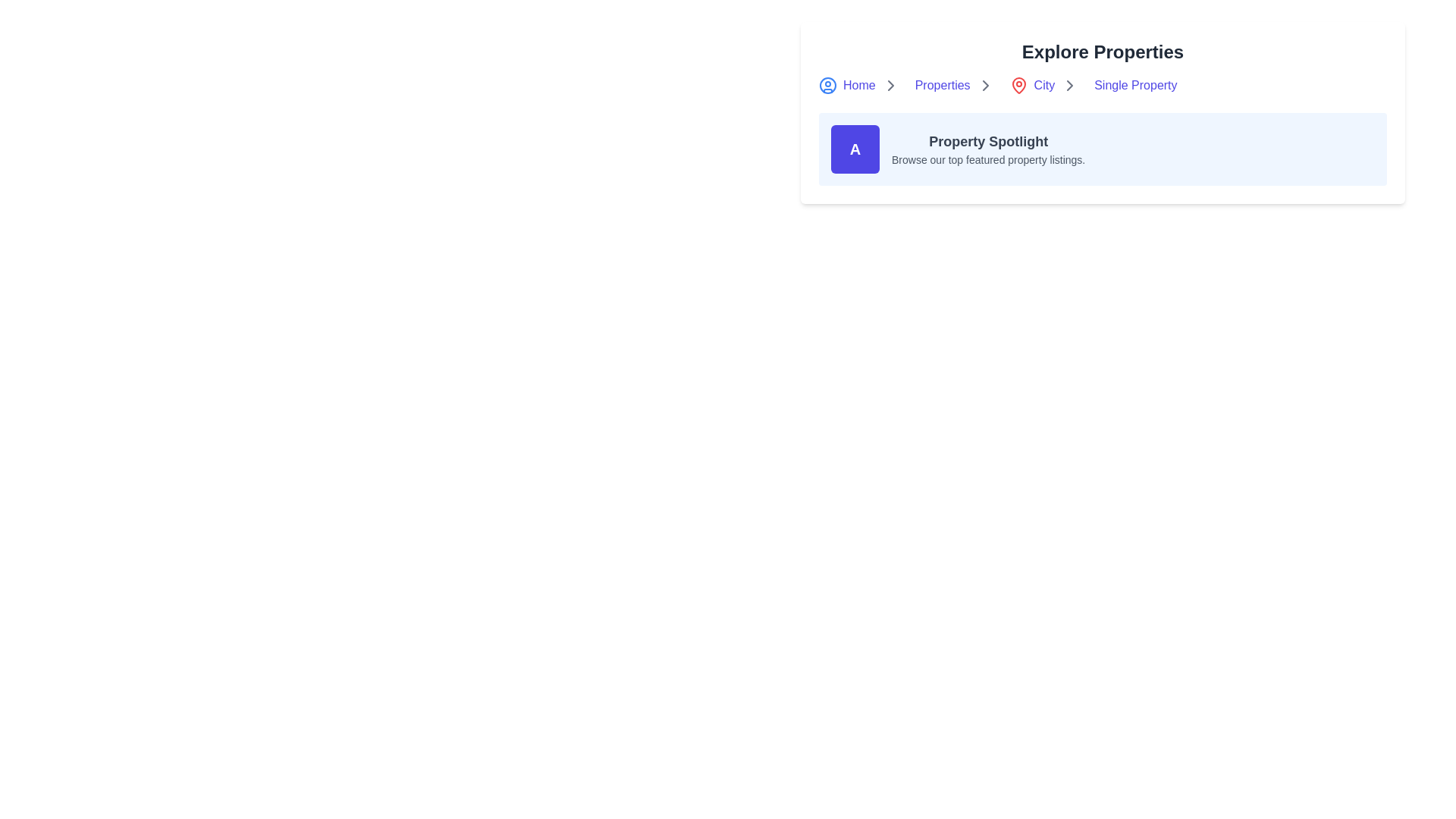  I want to click on the 'City' breadcrumb icon located in the breadcrumb navigation bar, which serves as a graphical marker in the navigation hierarchy, so click(1018, 85).